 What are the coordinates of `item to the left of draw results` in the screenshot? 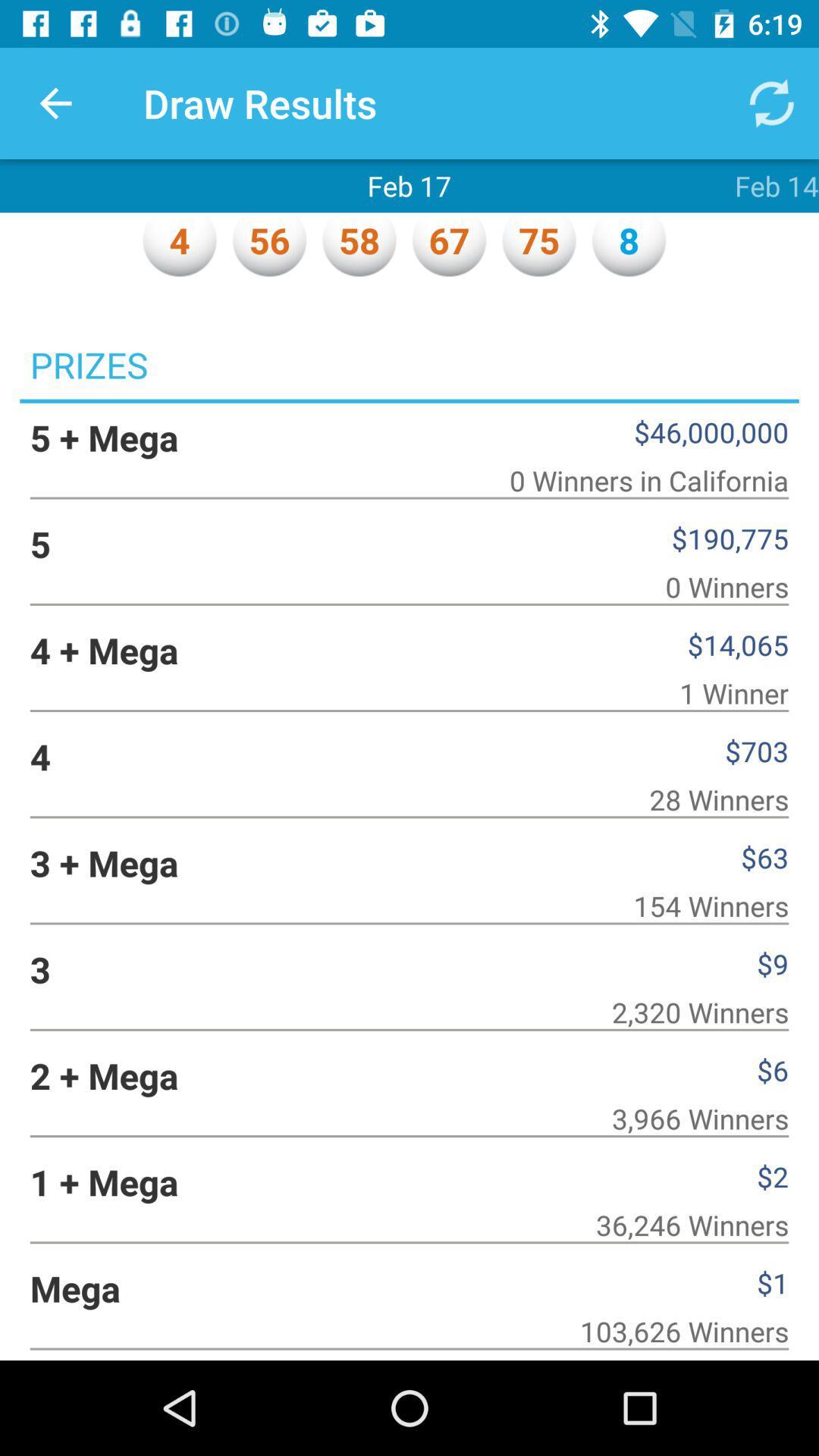 It's located at (55, 102).